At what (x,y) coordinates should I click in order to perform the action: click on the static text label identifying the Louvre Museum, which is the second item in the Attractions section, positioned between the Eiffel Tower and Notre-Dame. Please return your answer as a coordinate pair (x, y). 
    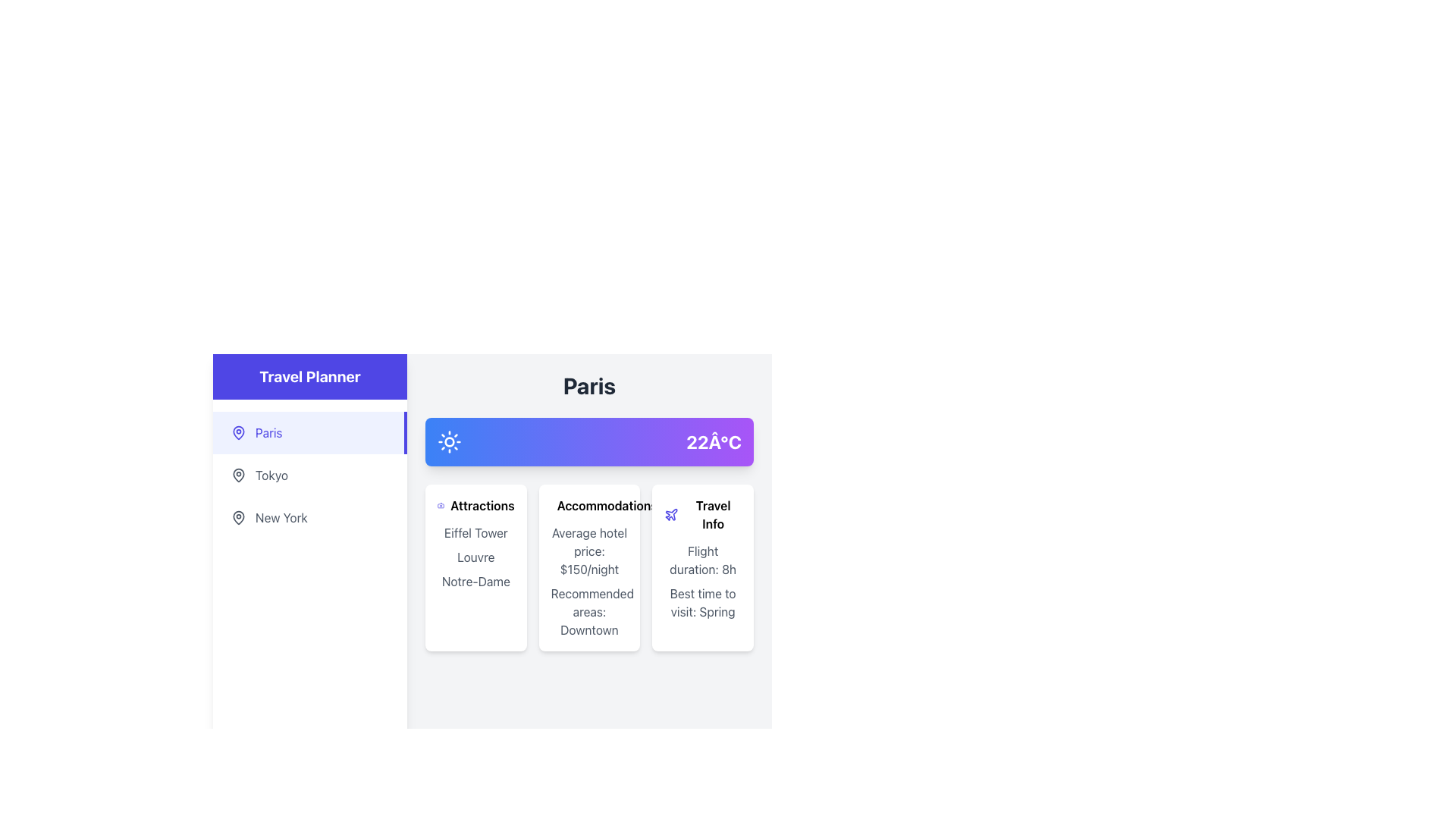
    Looking at the image, I should click on (475, 557).